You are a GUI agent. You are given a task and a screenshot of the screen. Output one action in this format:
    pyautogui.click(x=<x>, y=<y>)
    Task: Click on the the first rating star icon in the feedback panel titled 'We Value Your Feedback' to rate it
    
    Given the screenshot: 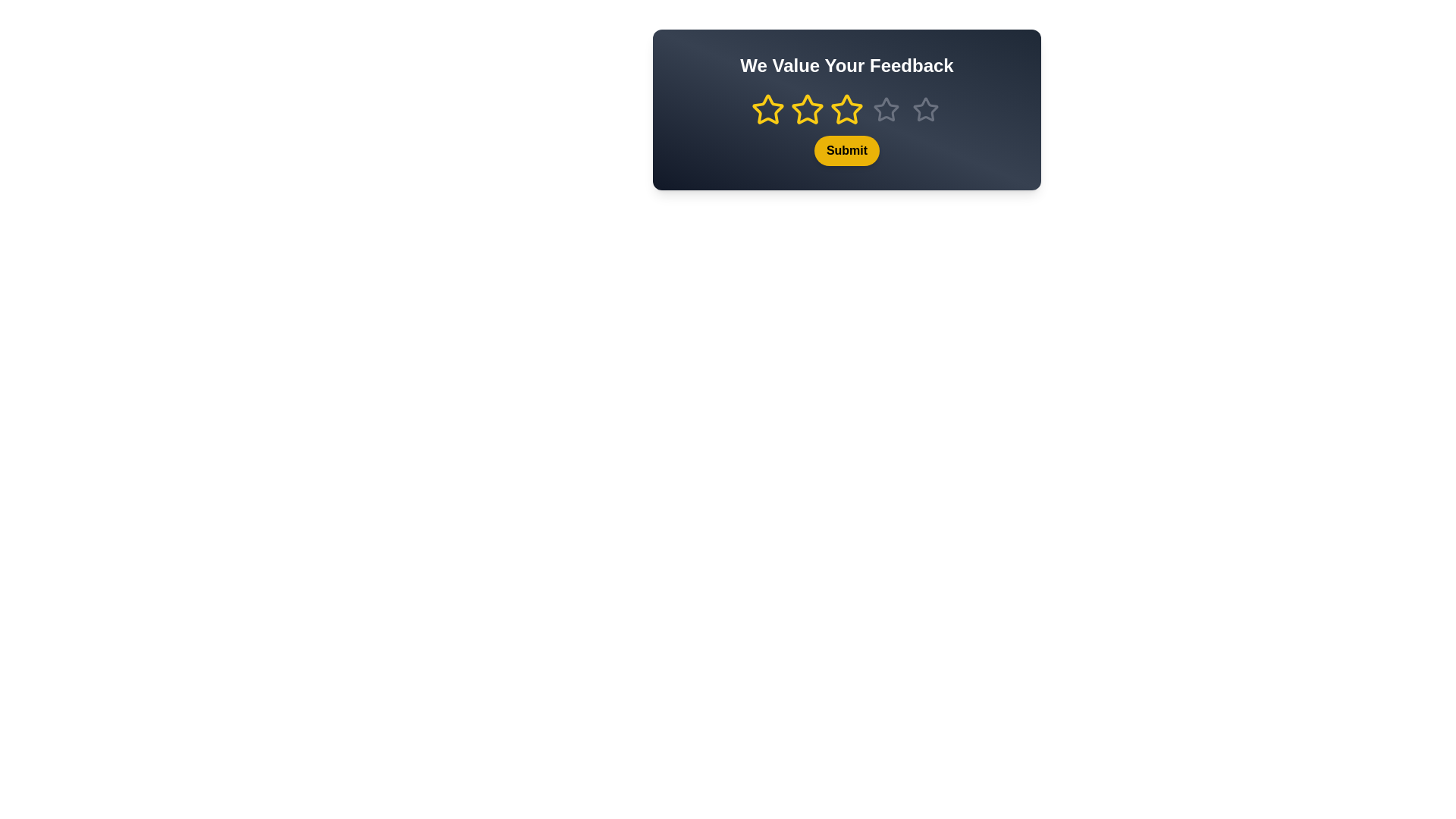 What is the action you would take?
    pyautogui.click(x=767, y=109)
    